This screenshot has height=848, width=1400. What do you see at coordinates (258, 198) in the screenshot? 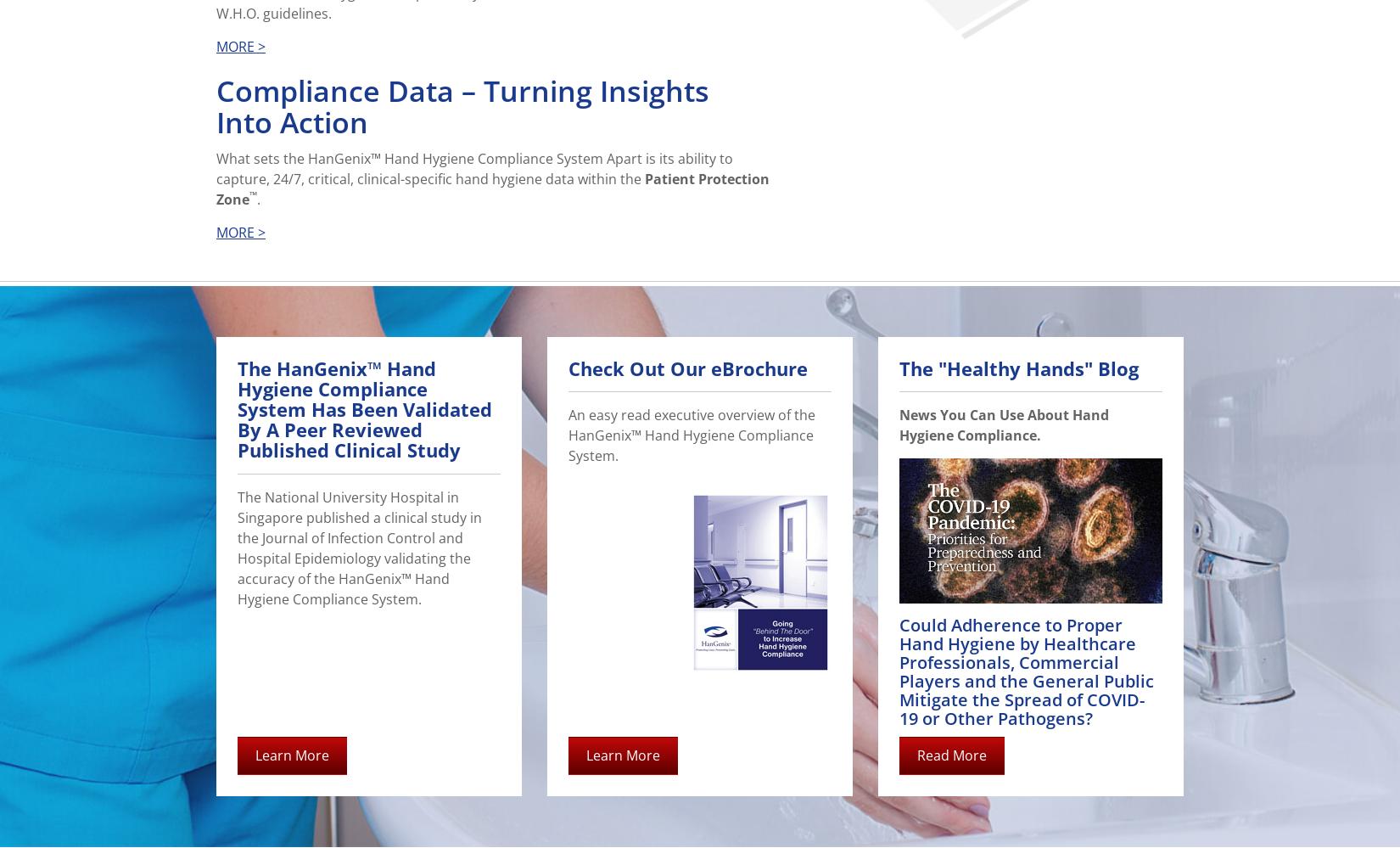
I see `'.'` at bounding box center [258, 198].